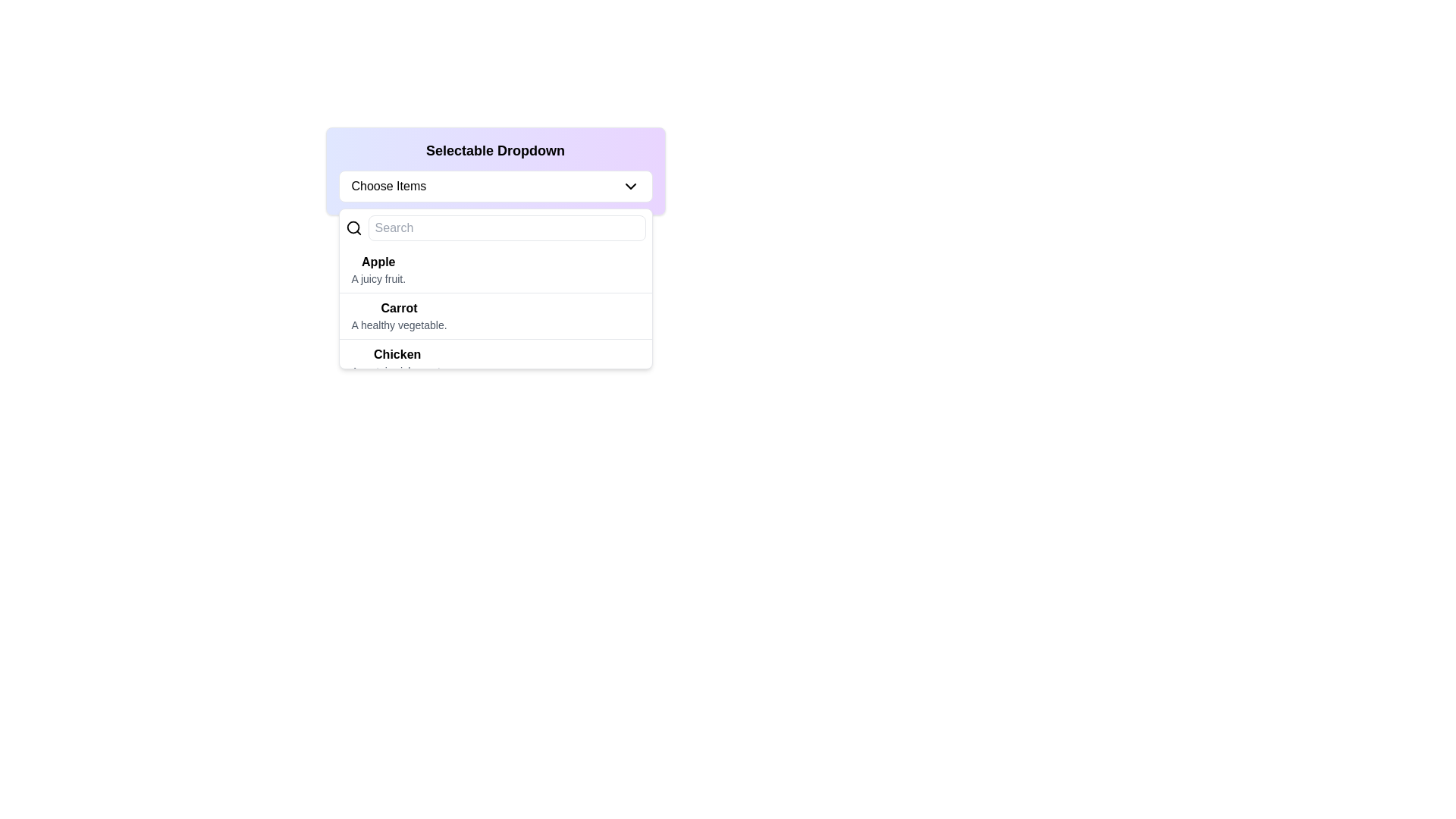  What do you see at coordinates (353, 227) in the screenshot?
I see `the static search icon located at the top section of the dropdown menu, which is positioned directly to the left of the 'Search' input field` at bounding box center [353, 227].